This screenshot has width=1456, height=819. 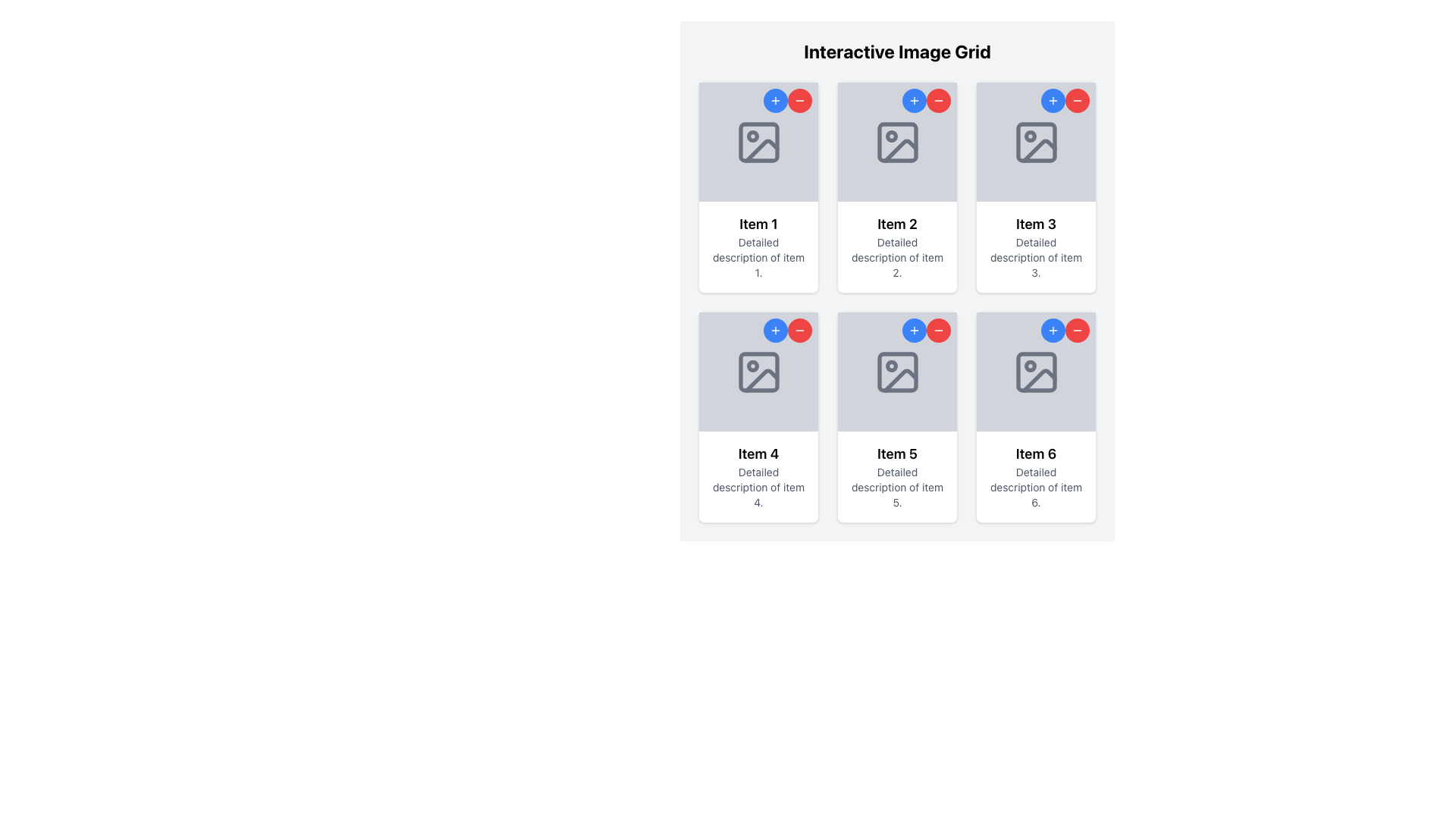 I want to click on the circular blue button with a white plus symbol located in the bottom middle card of the grid layout, so click(x=775, y=329).